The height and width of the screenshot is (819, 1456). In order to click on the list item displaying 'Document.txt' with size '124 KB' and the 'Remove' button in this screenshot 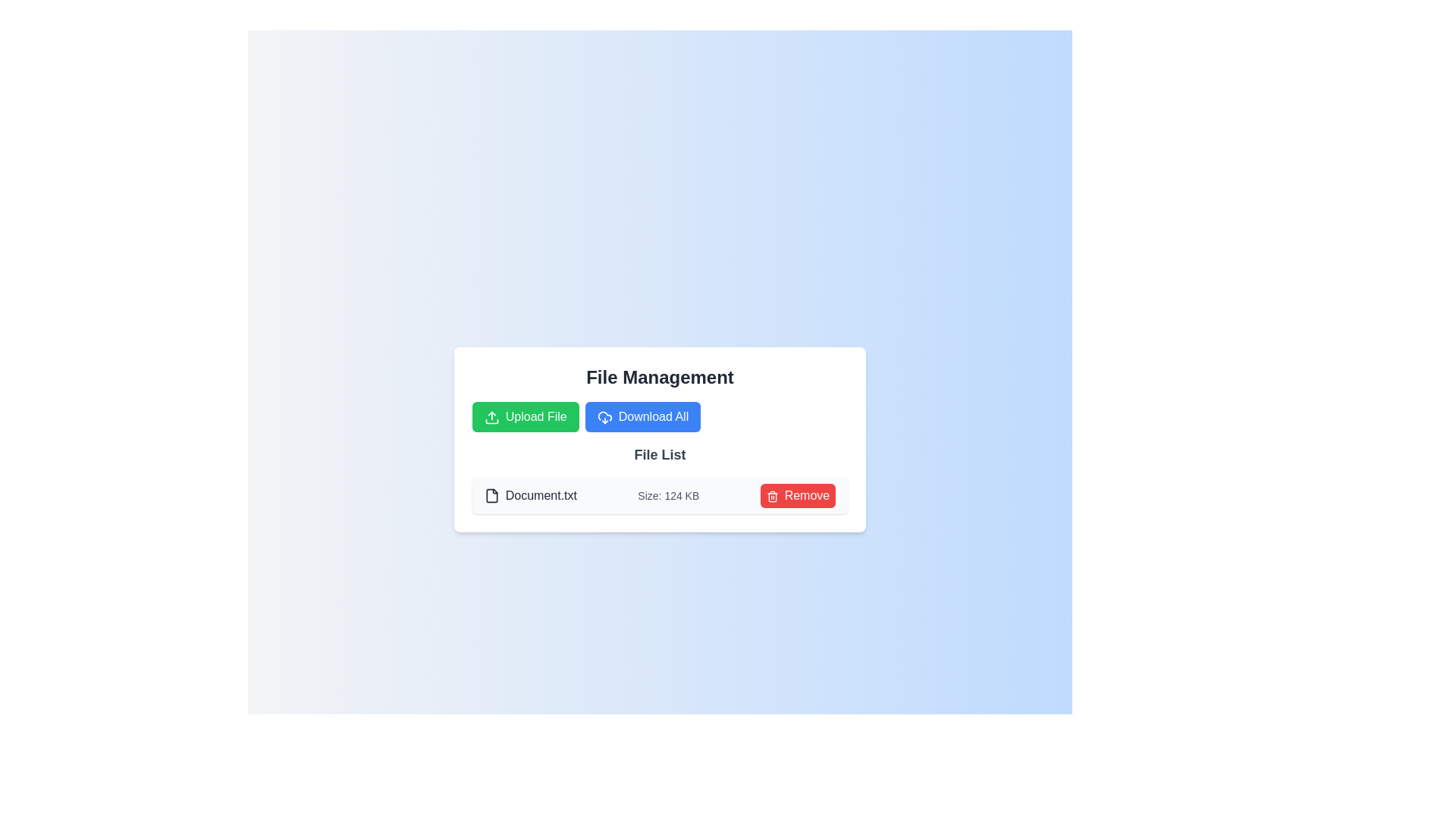, I will do `click(660, 496)`.